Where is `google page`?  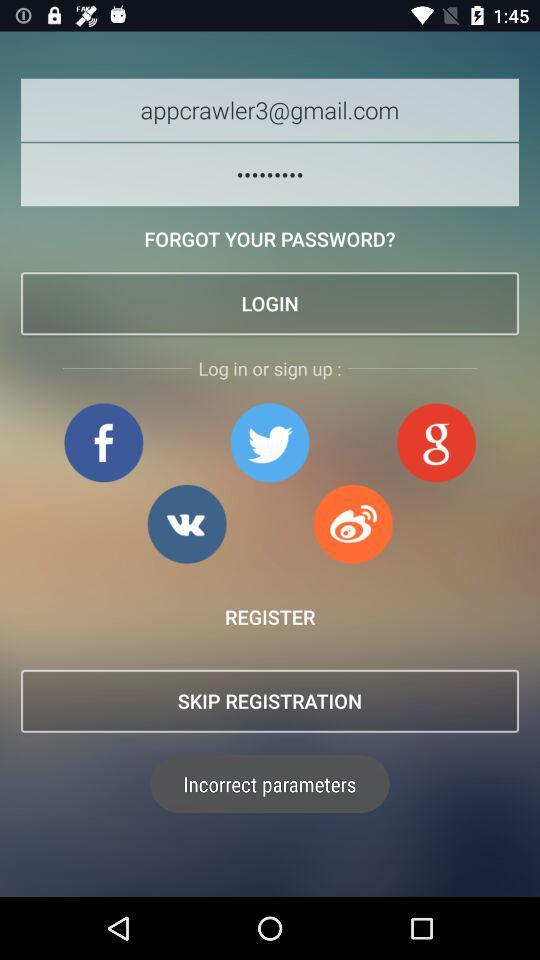 google page is located at coordinates (186, 523).